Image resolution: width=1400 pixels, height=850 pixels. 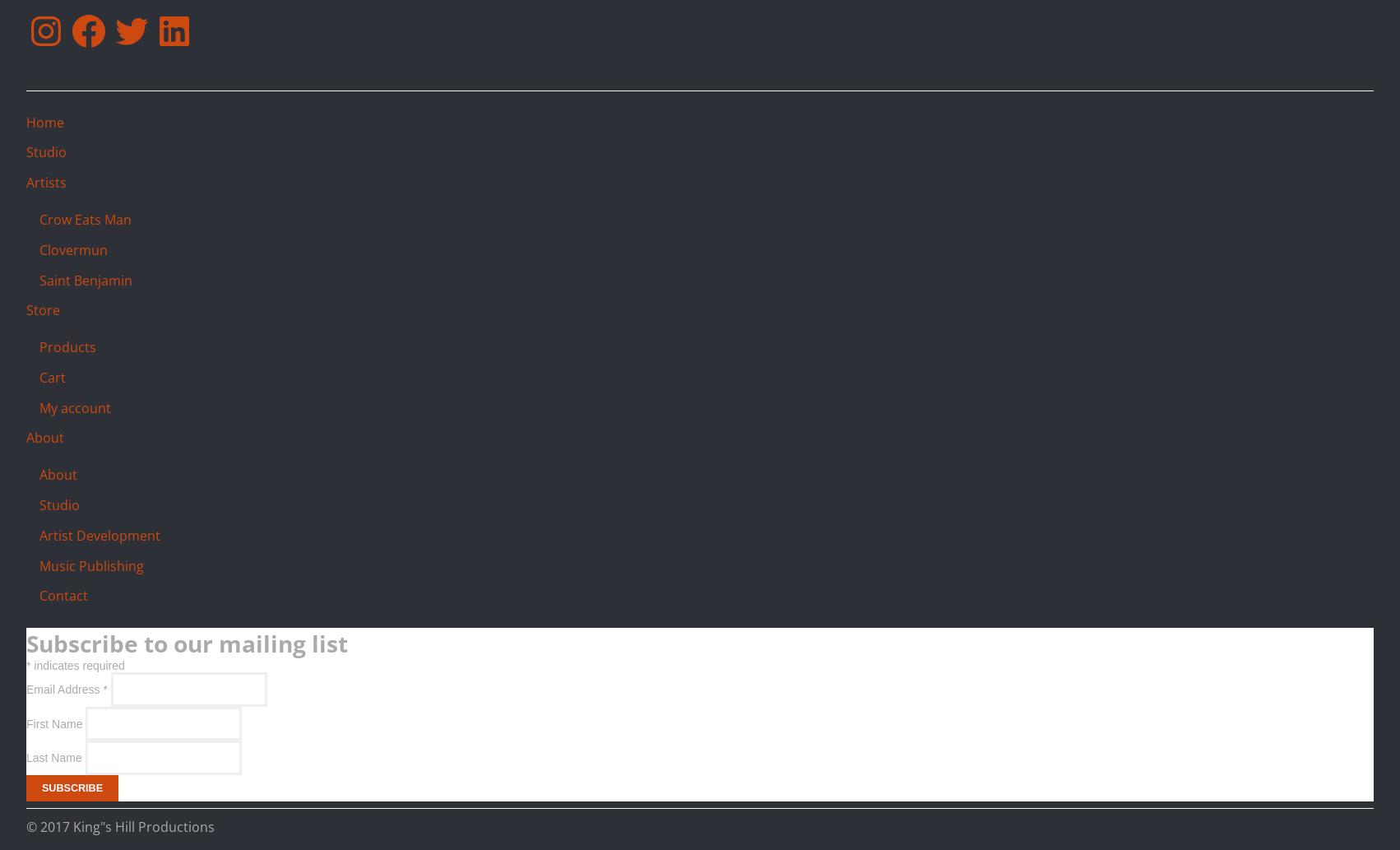 What do you see at coordinates (56, 722) in the screenshot?
I see `'First Name'` at bounding box center [56, 722].